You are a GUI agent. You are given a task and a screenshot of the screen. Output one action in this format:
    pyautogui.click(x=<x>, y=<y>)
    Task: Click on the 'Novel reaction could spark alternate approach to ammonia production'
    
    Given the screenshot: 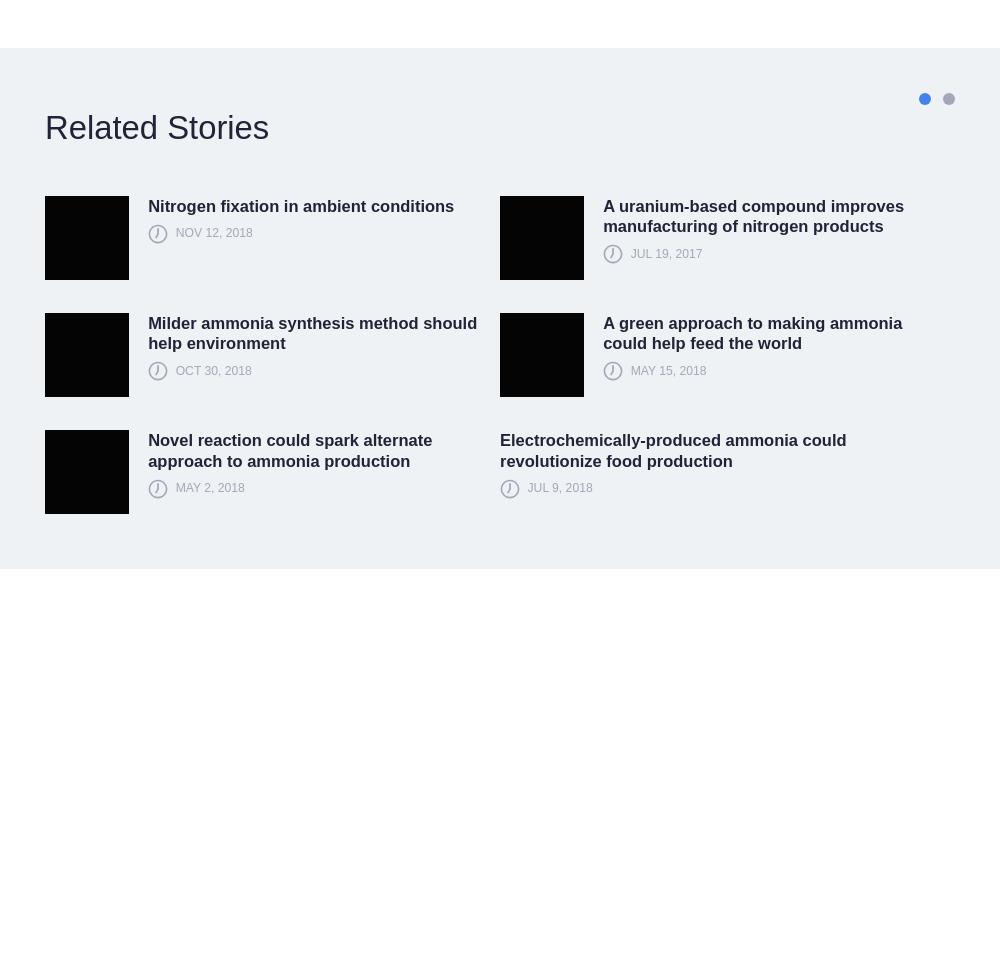 What is the action you would take?
    pyautogui.click(x=290, y=449)
    